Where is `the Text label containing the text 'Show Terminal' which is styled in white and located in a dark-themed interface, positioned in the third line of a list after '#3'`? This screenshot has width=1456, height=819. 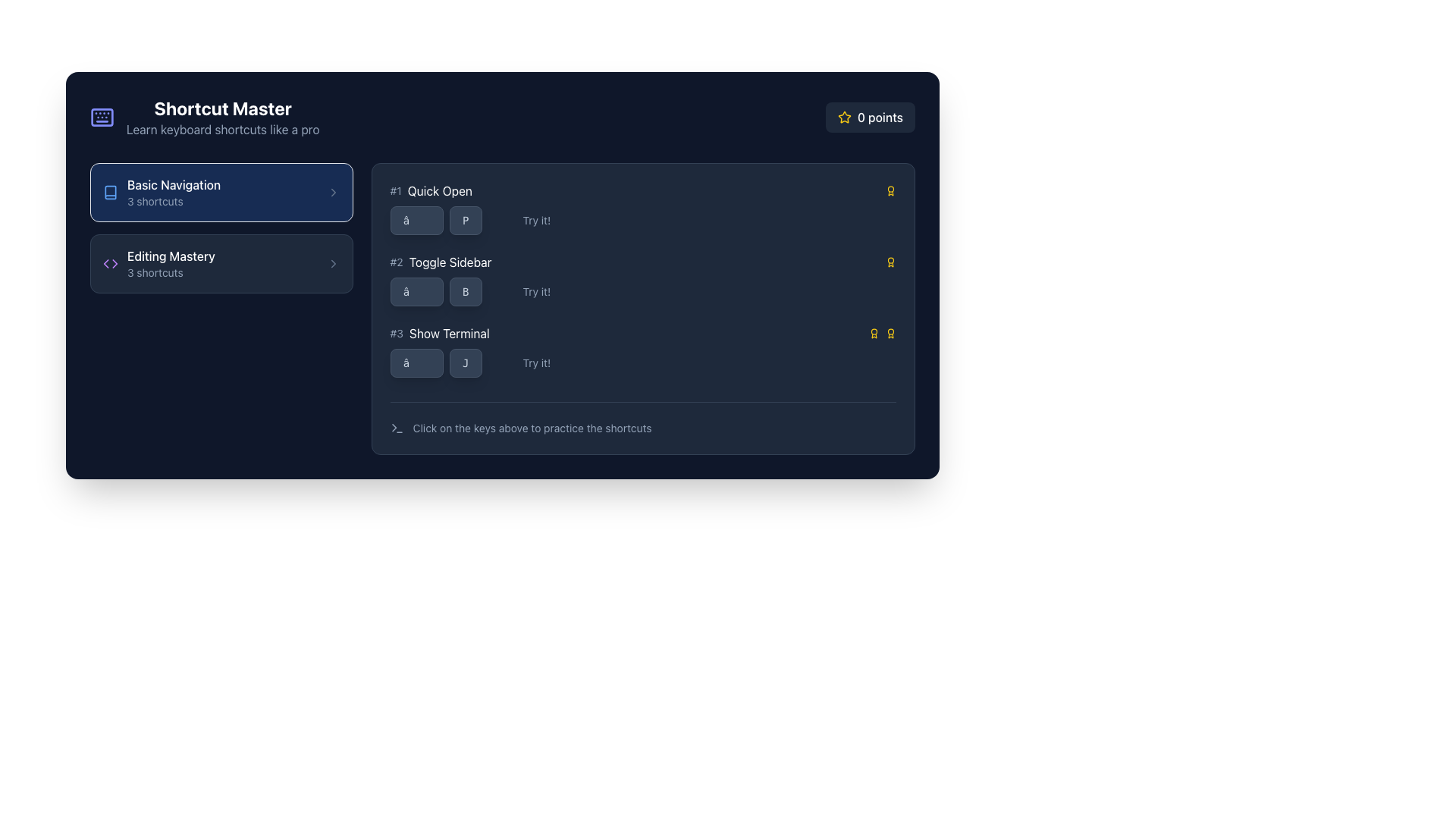
the Text label containing the text 'Show Terminal' which is styled in white and located in a dark-themed interface, positioned in the third line of a list after '#3' is located at coordinates (448, 332).